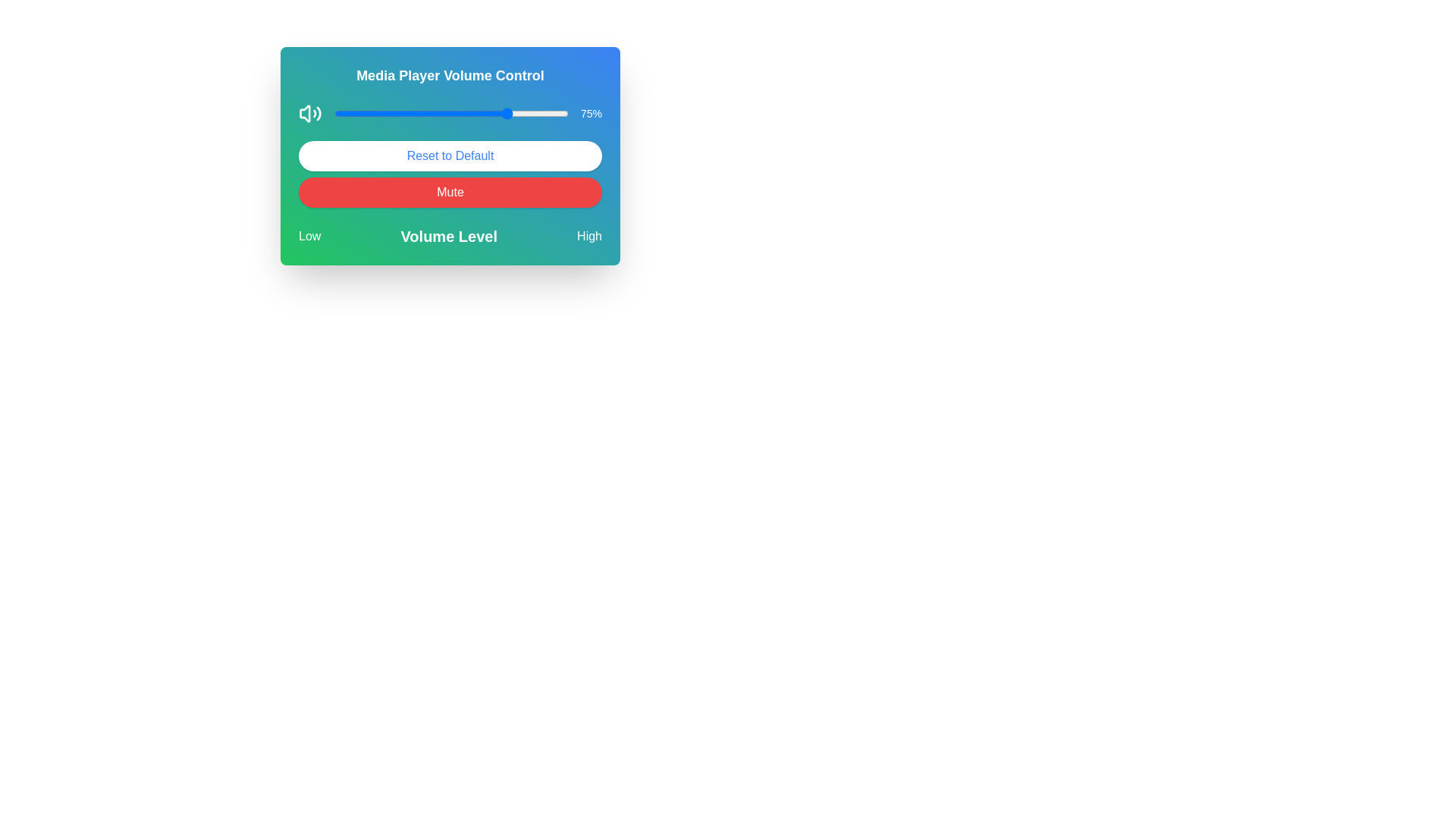 Image resolution: width=1456 pixels, height=819 pixels. What do you see at coordinates (448, 237) in the screenshot?
I see `the Text Label indicating the volume level, located between the 'Low' and 'High' labels at the bottom row of the media player interface` at bounding box center [448, 237].